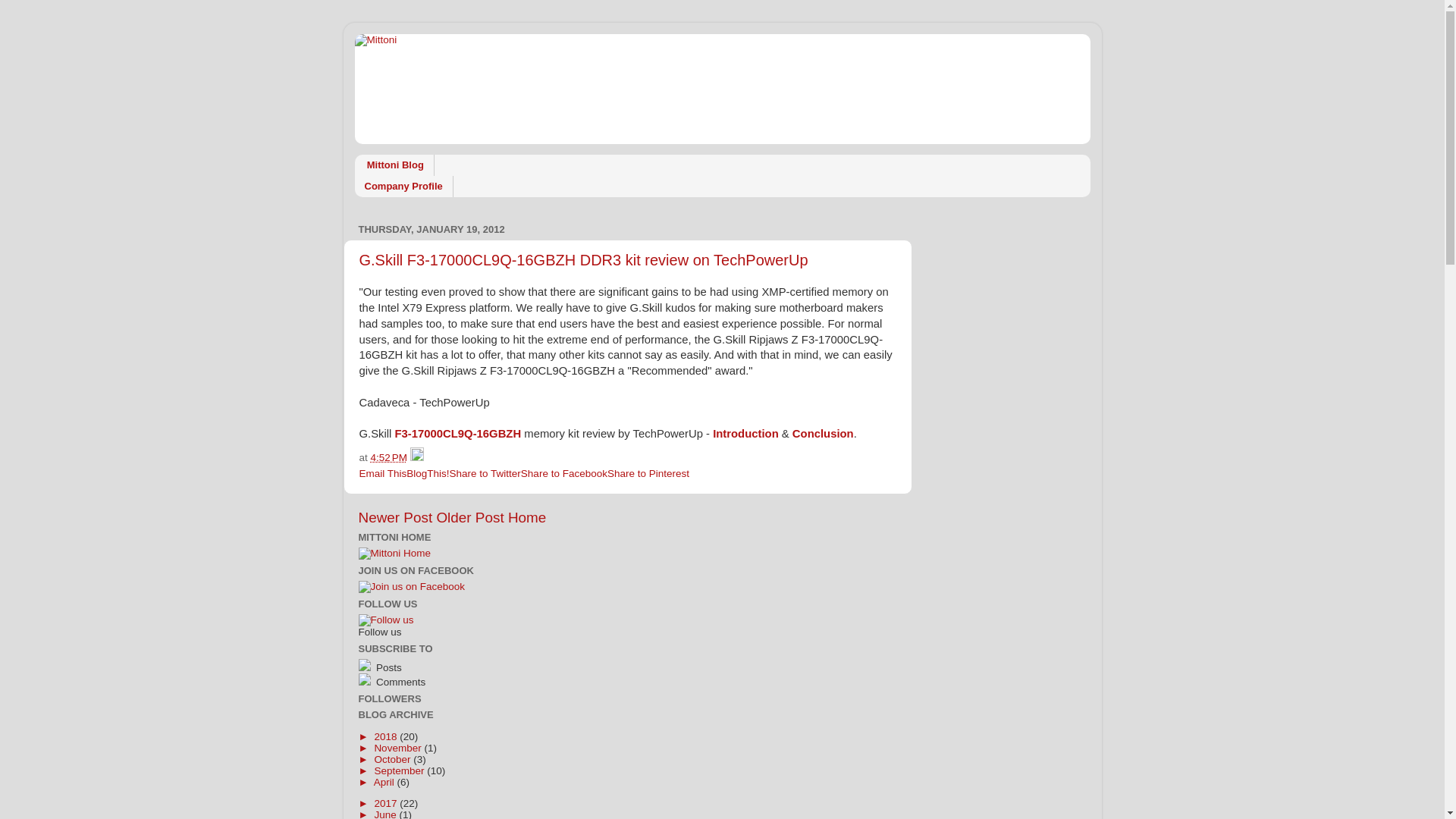  What do you see at coordinates (745, 433) in the screenshot?
I see `'Introduction'` at bounding box center [745, 433].